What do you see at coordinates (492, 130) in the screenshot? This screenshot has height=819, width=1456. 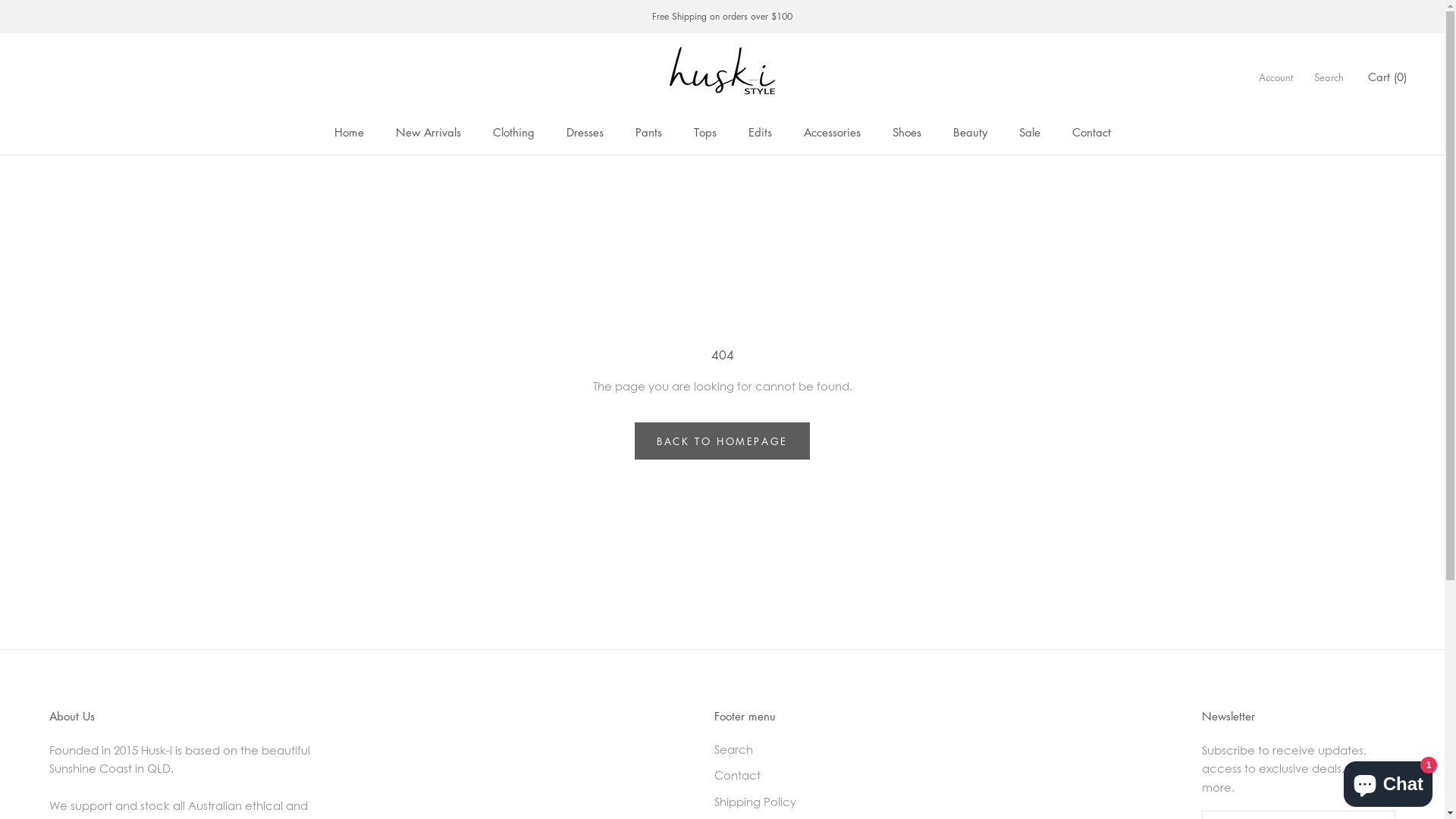 I see `'Clothing'` at bounding box center [492, 130].